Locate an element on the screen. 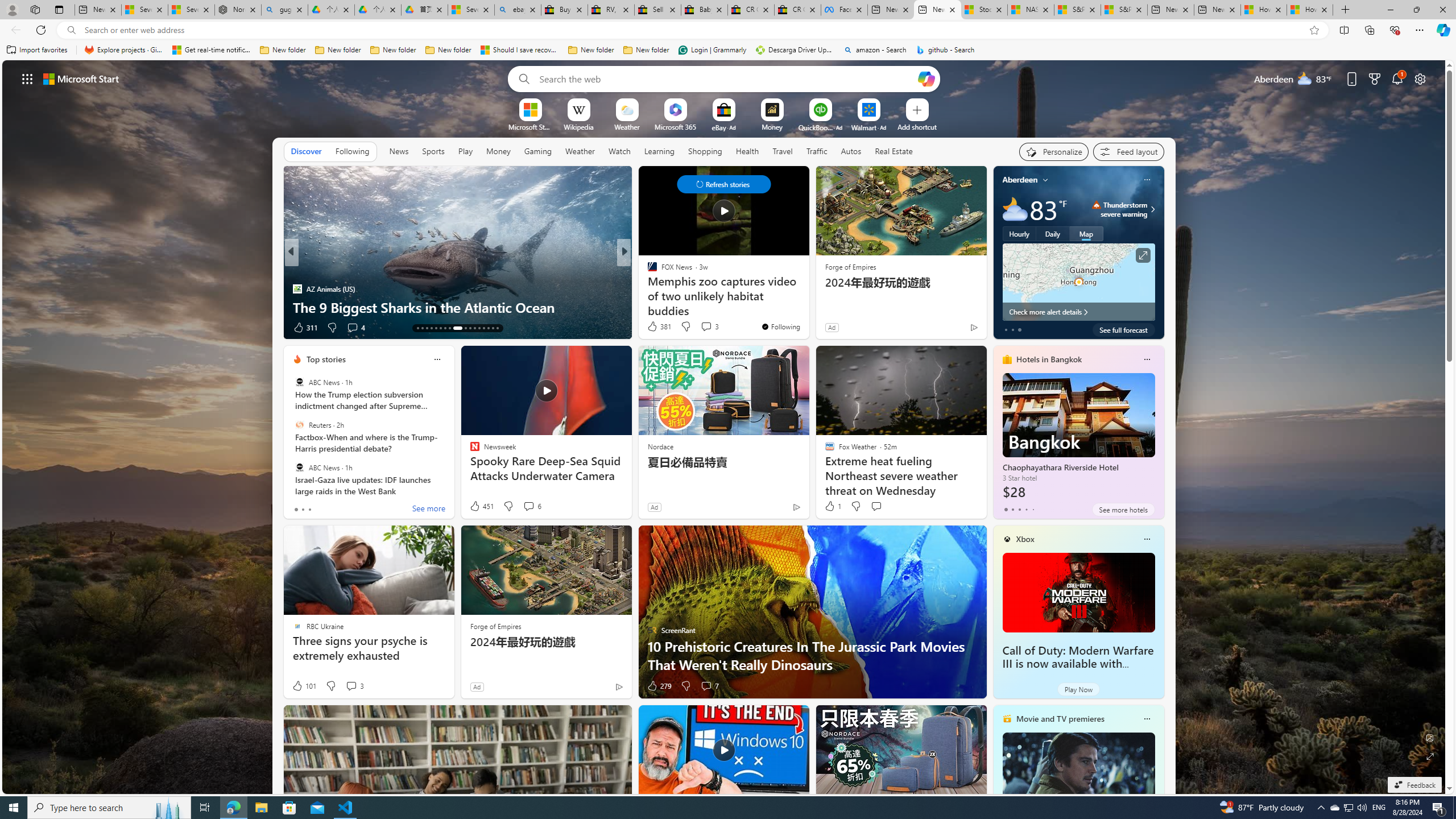 This screenshot has height=819, width=1456. 'My location' is located at coordinates (1045, 179).